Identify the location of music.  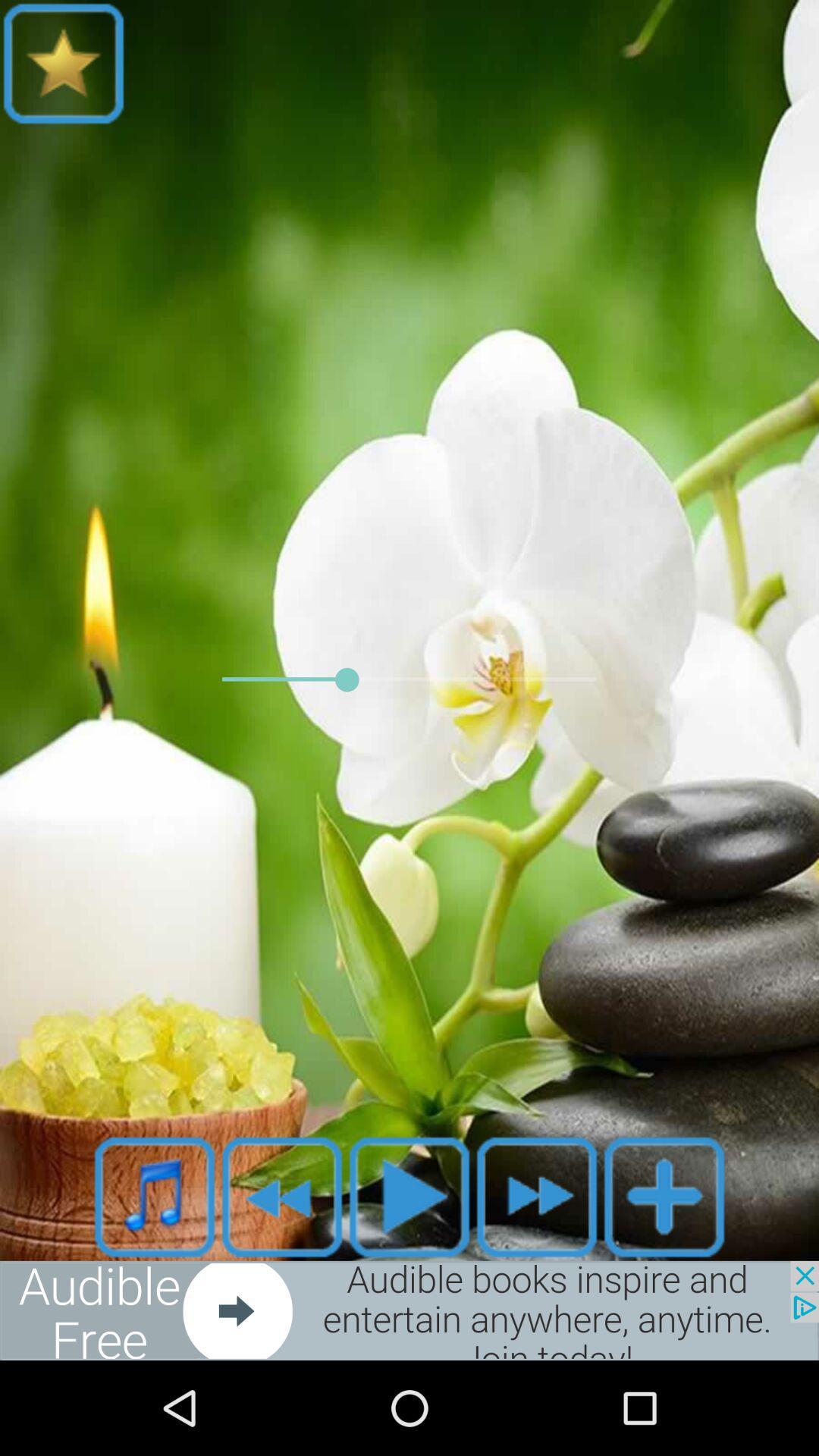
(155, 1196).